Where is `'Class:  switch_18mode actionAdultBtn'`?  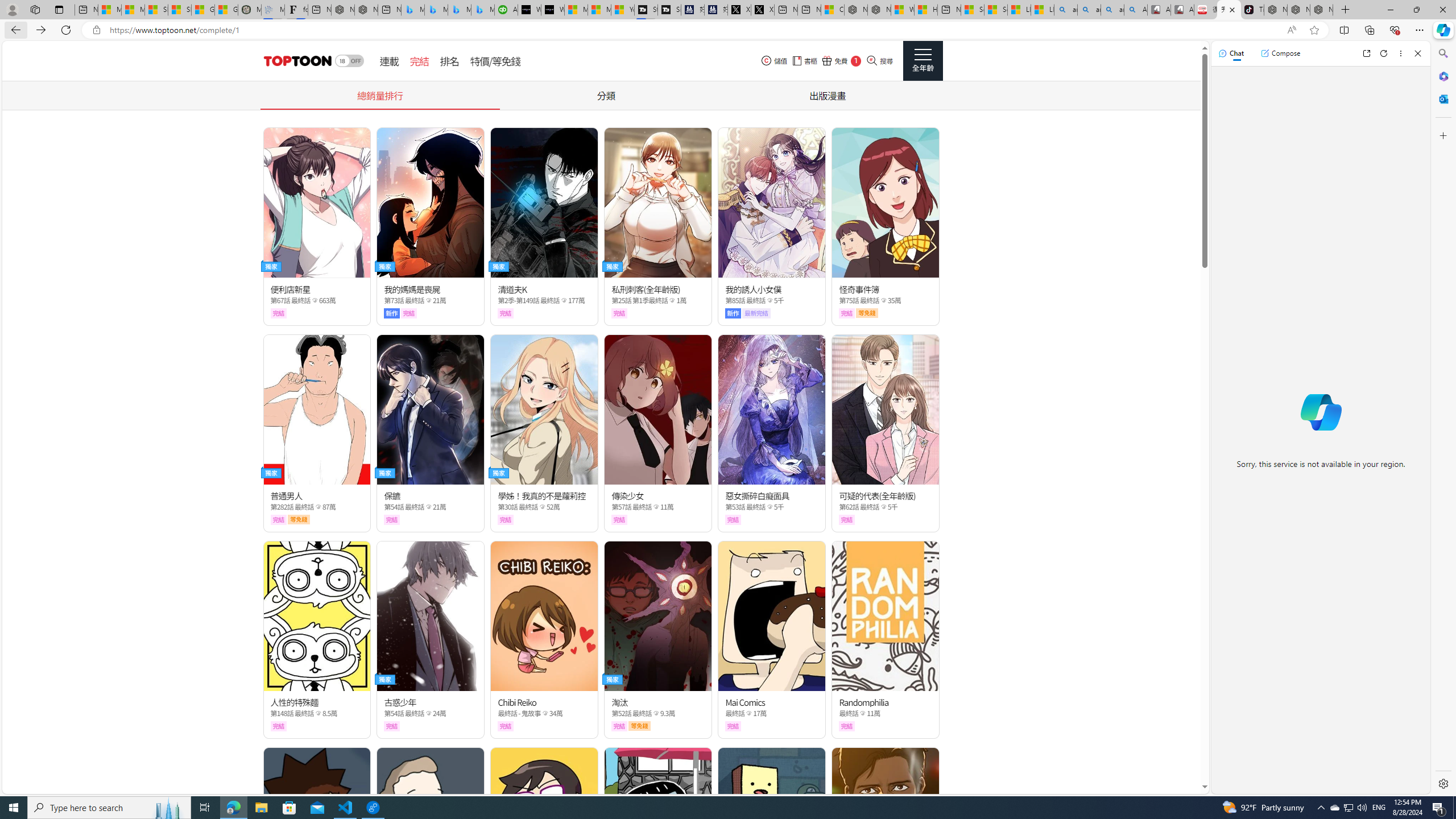
'Class:  switch_18mode actionAdultBtn' is located at coordinates (349, 61).